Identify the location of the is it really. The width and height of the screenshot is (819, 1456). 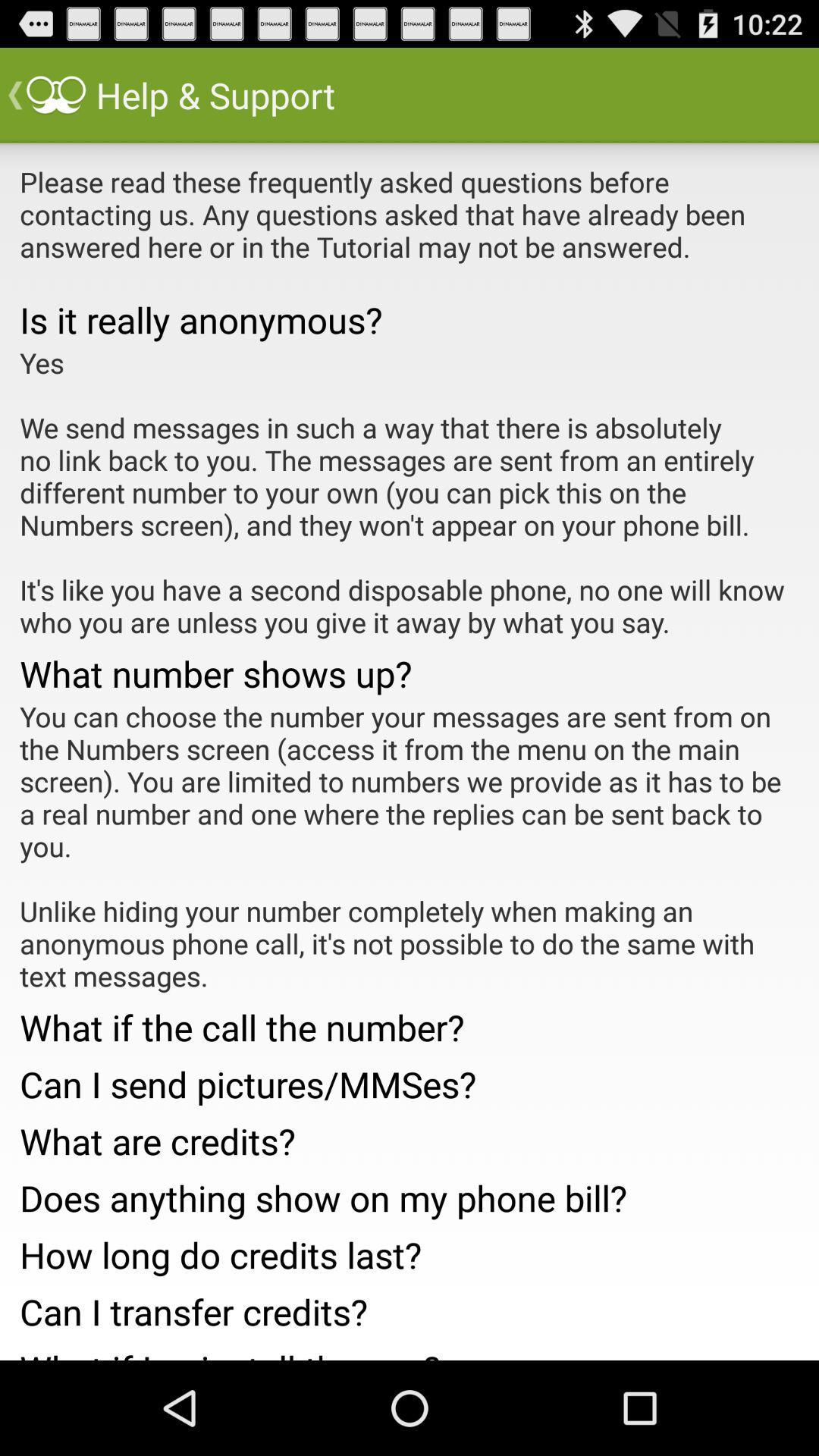
(409, 318).